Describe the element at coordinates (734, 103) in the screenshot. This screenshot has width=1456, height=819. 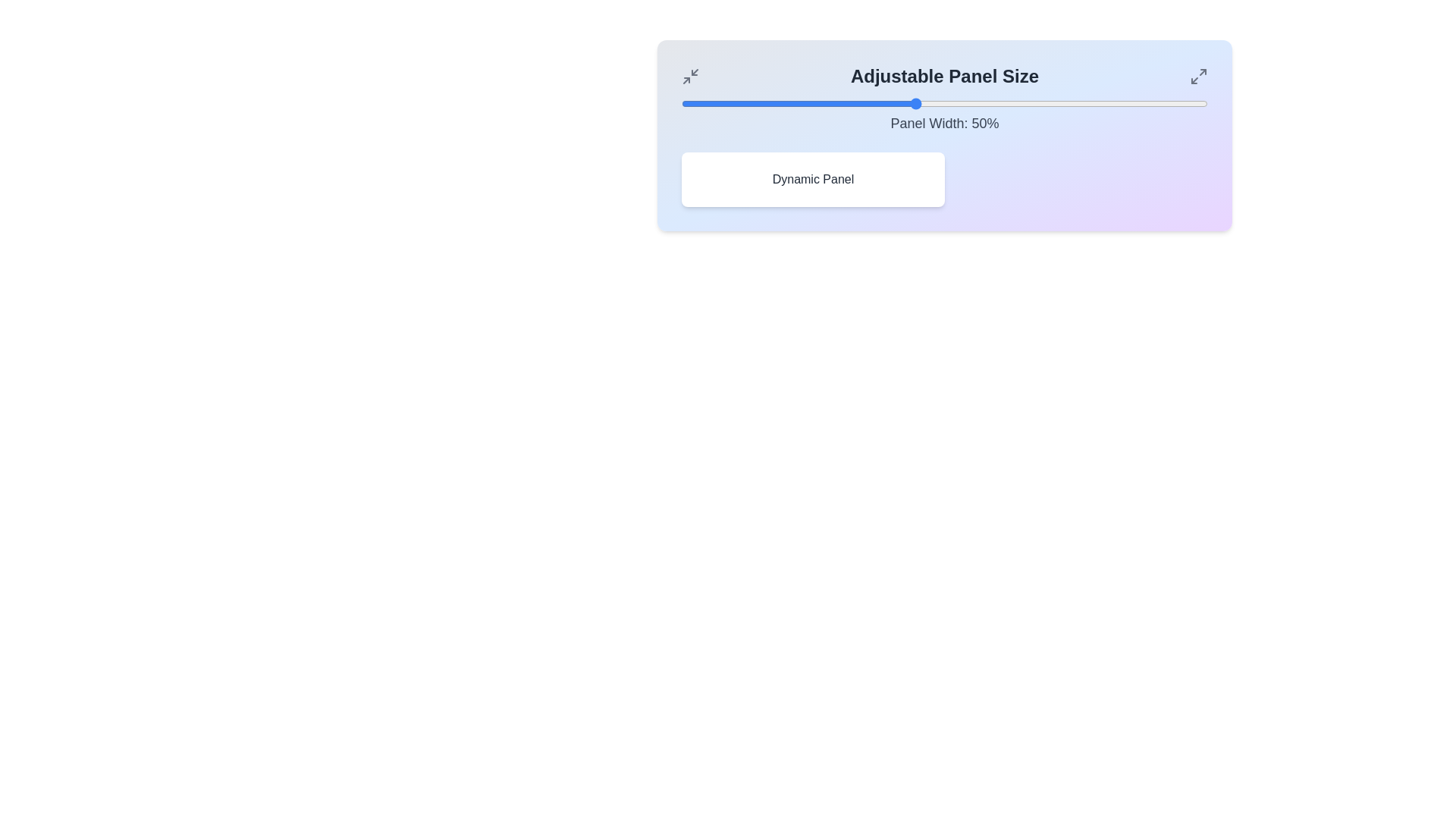
I see `the slider value` at that location.